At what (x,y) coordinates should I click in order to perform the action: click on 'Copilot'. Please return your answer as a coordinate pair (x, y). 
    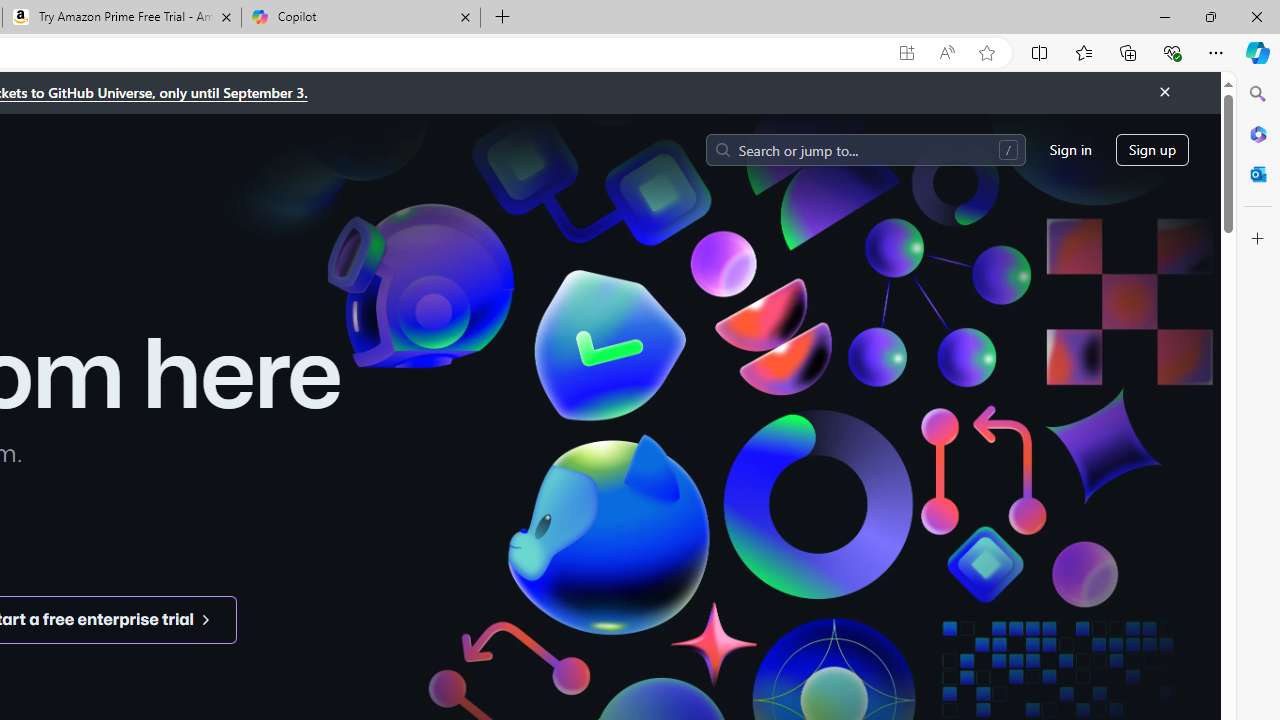
    Looking at the image, I should click on (360, 17).